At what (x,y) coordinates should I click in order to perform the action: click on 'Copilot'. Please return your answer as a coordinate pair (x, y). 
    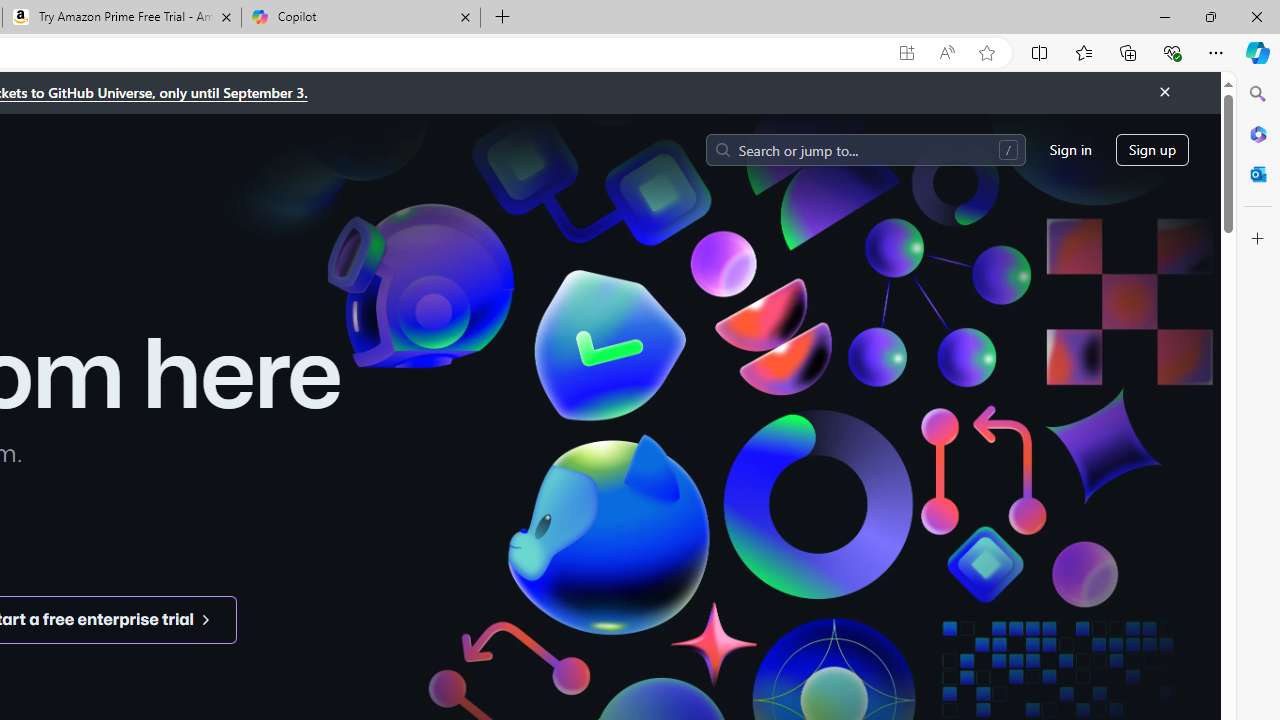
    Looking at the image, I should click on (360, 17).